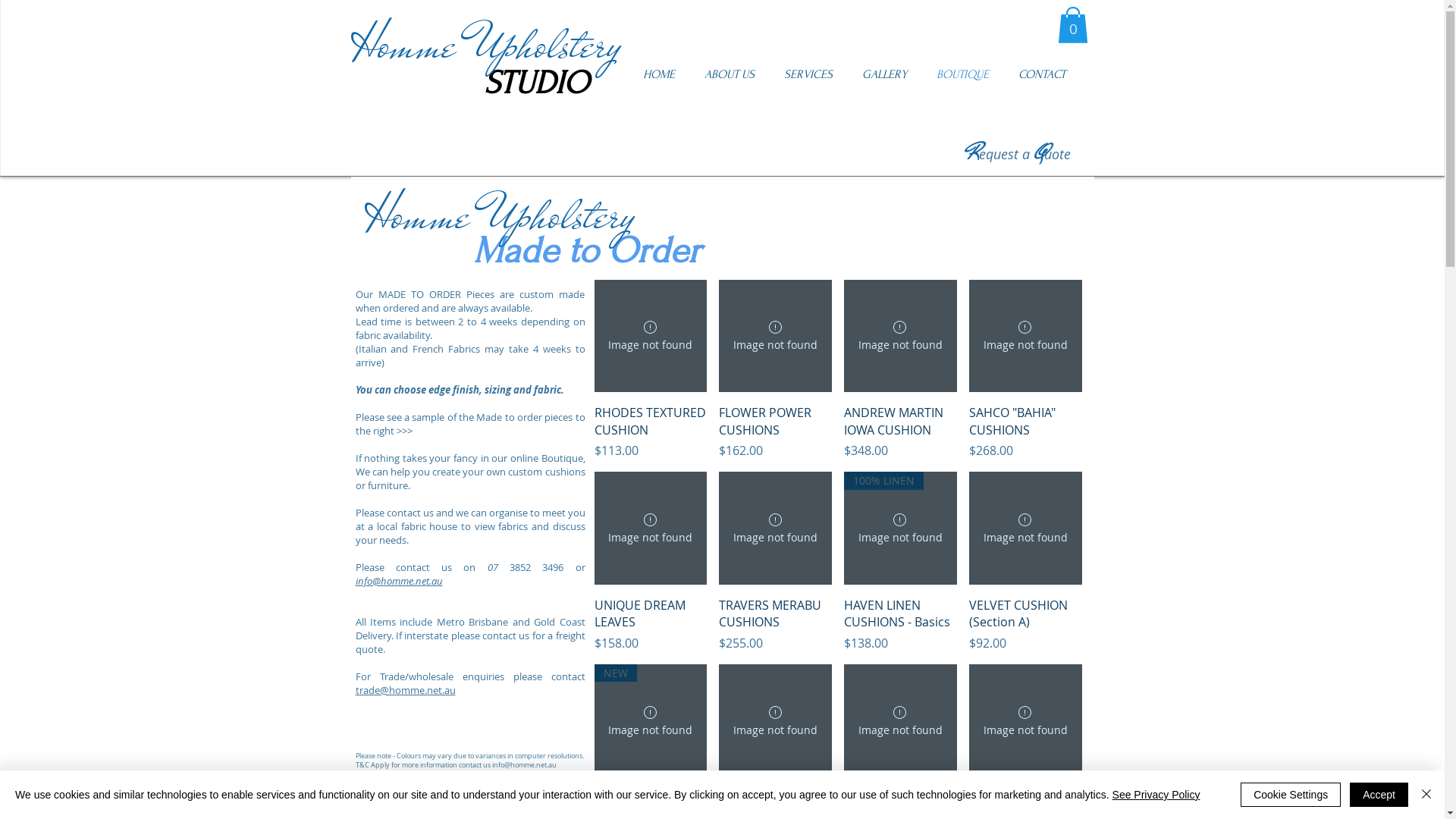 The width and height of the screenshot is (1456, 819). I want to click on 'Accept', so click(1379, 794).